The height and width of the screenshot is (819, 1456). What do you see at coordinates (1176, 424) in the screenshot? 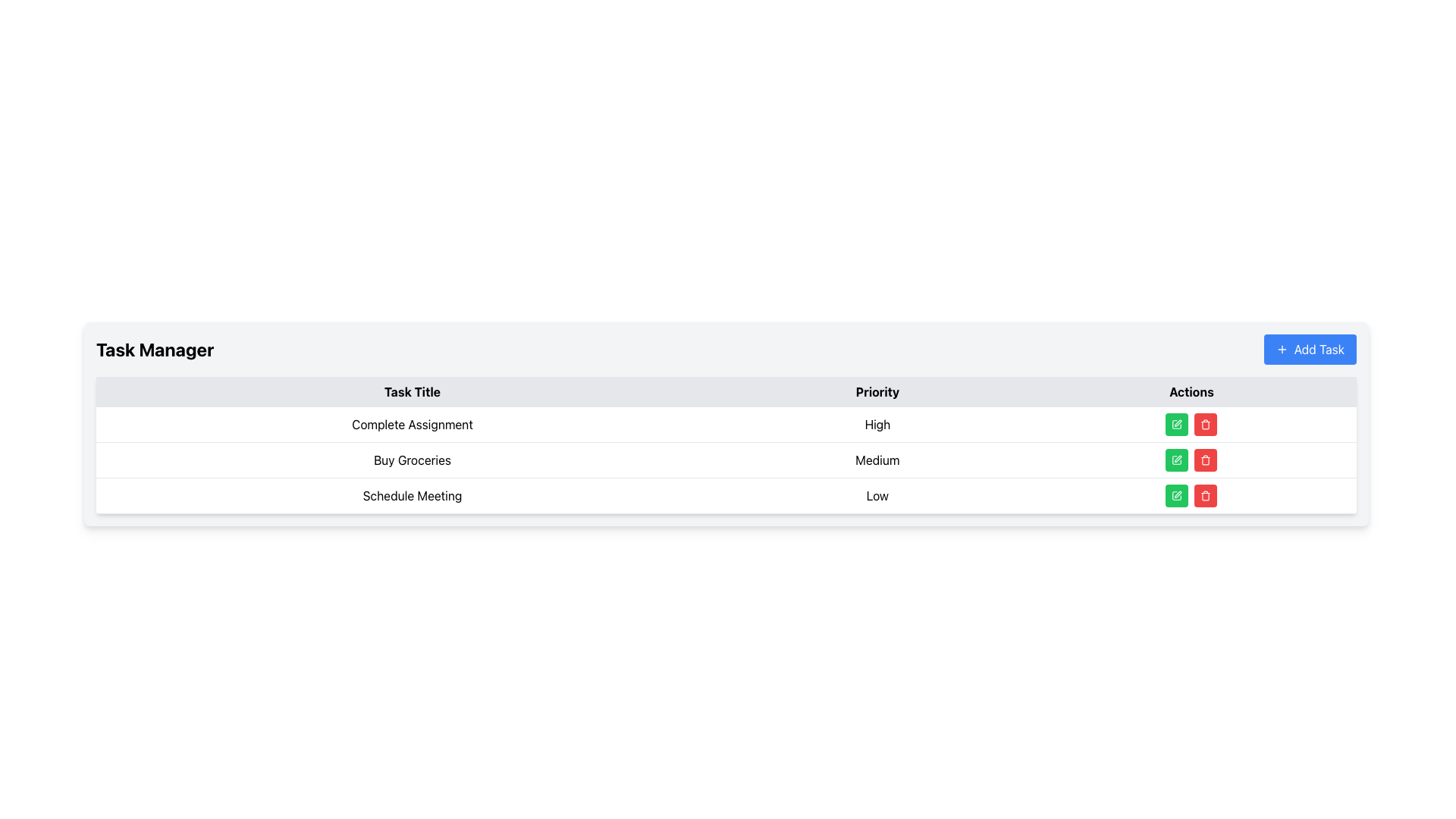
I see `the edit icon located within the green rounded button in the 'Actions' column of the first row in the 'Task Manager' interface to initiate editing of the task` at bounding box center [1176, 424].